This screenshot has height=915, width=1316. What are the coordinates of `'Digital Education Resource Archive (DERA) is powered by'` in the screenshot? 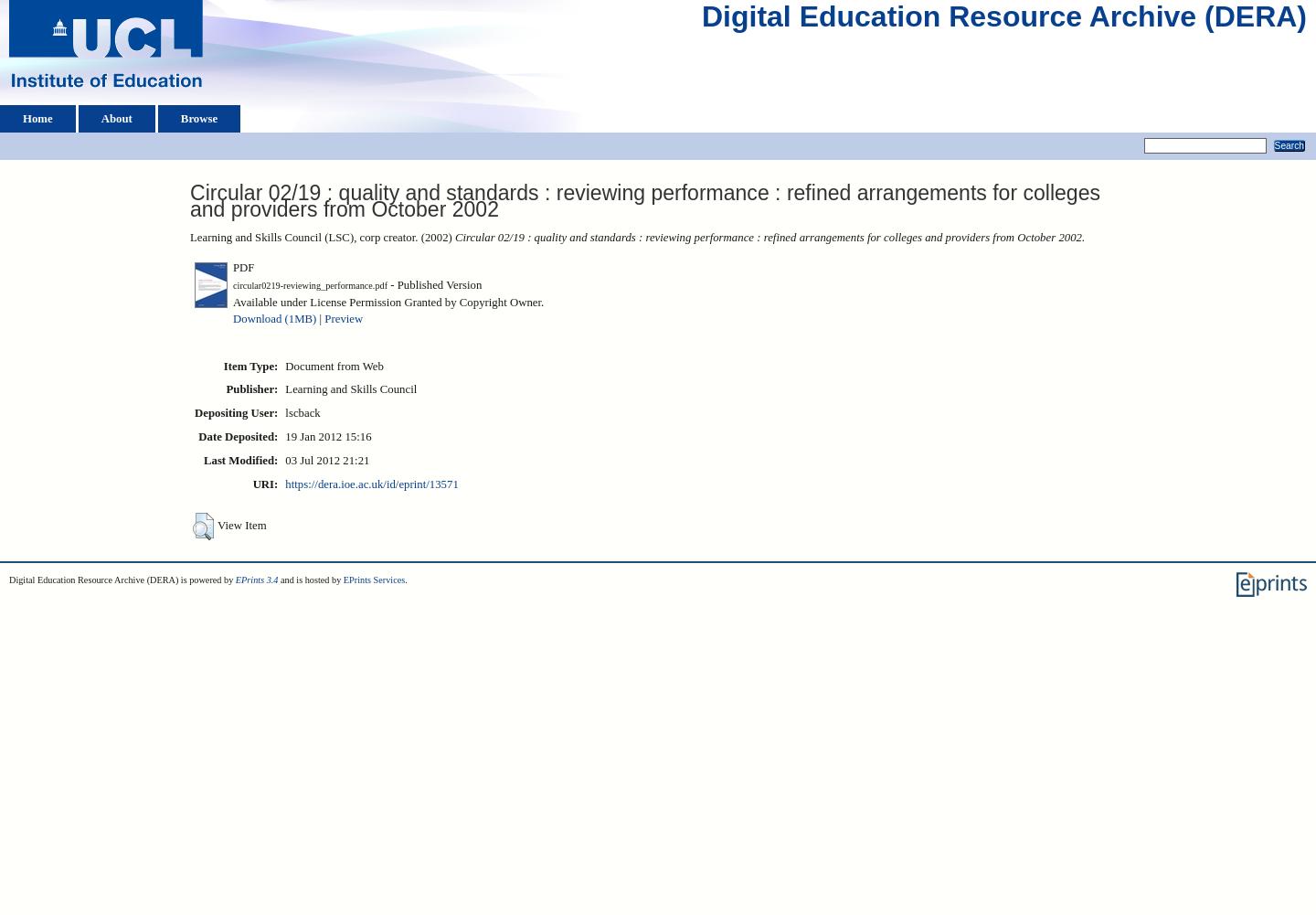 It's located at (121, 579).